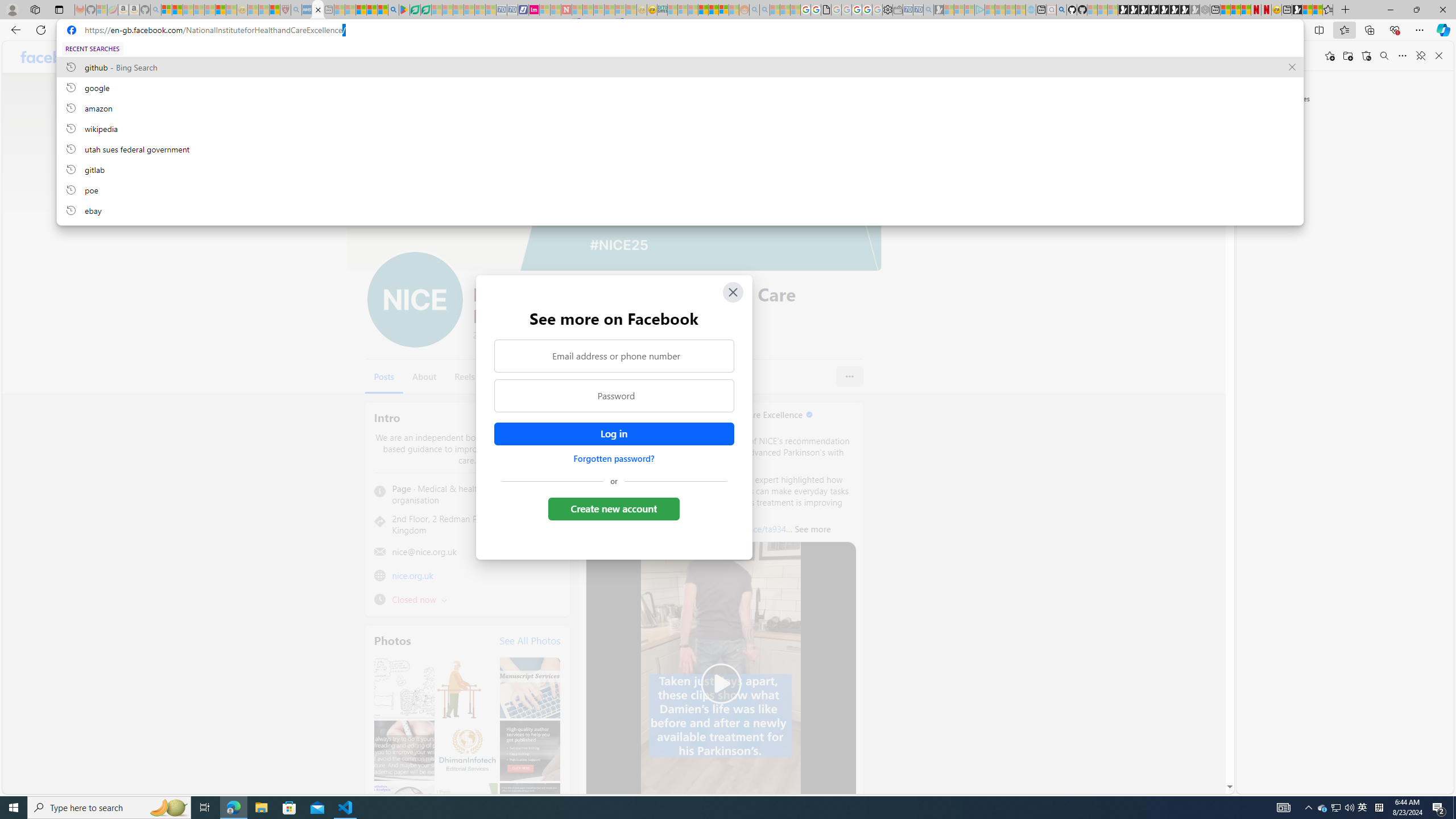  What do you see at coordinates (614, 396) in the screenshot?
I see `'Password'` at bounding box center [614, 396].